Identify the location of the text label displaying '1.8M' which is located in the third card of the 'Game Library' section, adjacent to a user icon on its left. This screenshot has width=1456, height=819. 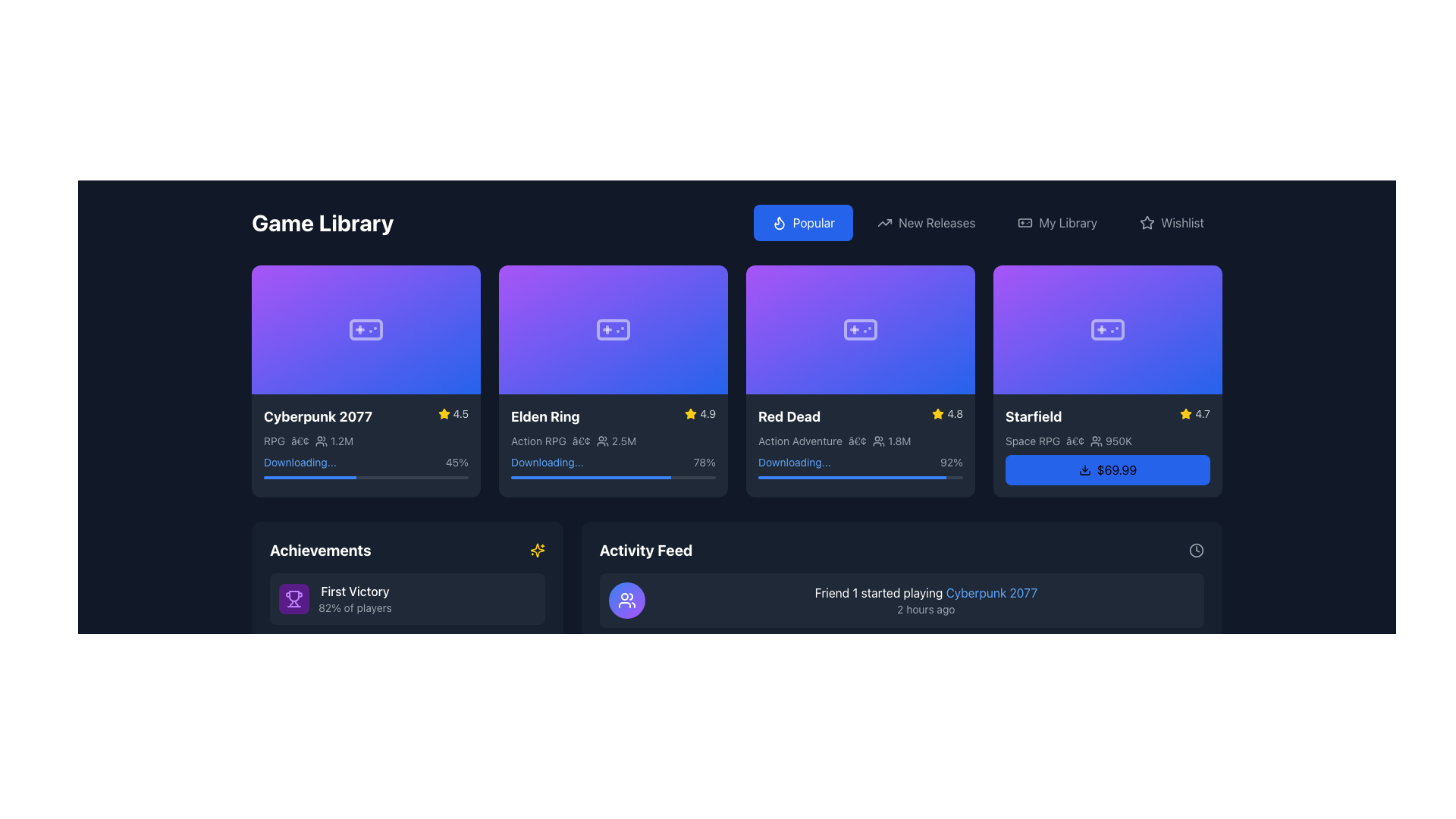
(892, 441).